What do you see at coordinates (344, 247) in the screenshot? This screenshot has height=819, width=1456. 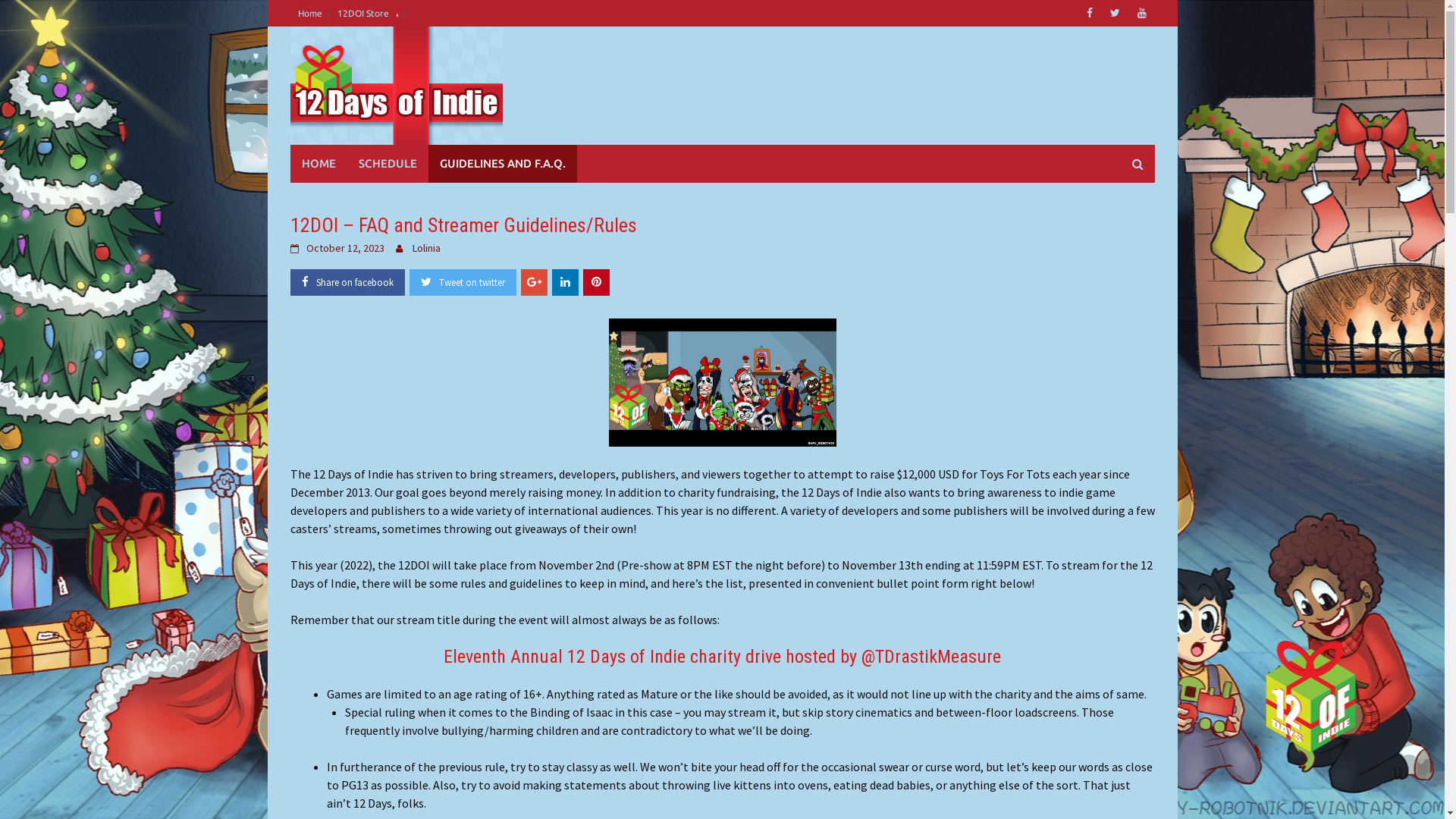 I see `'October 12, 2023'` at bounding box center [344, 247].